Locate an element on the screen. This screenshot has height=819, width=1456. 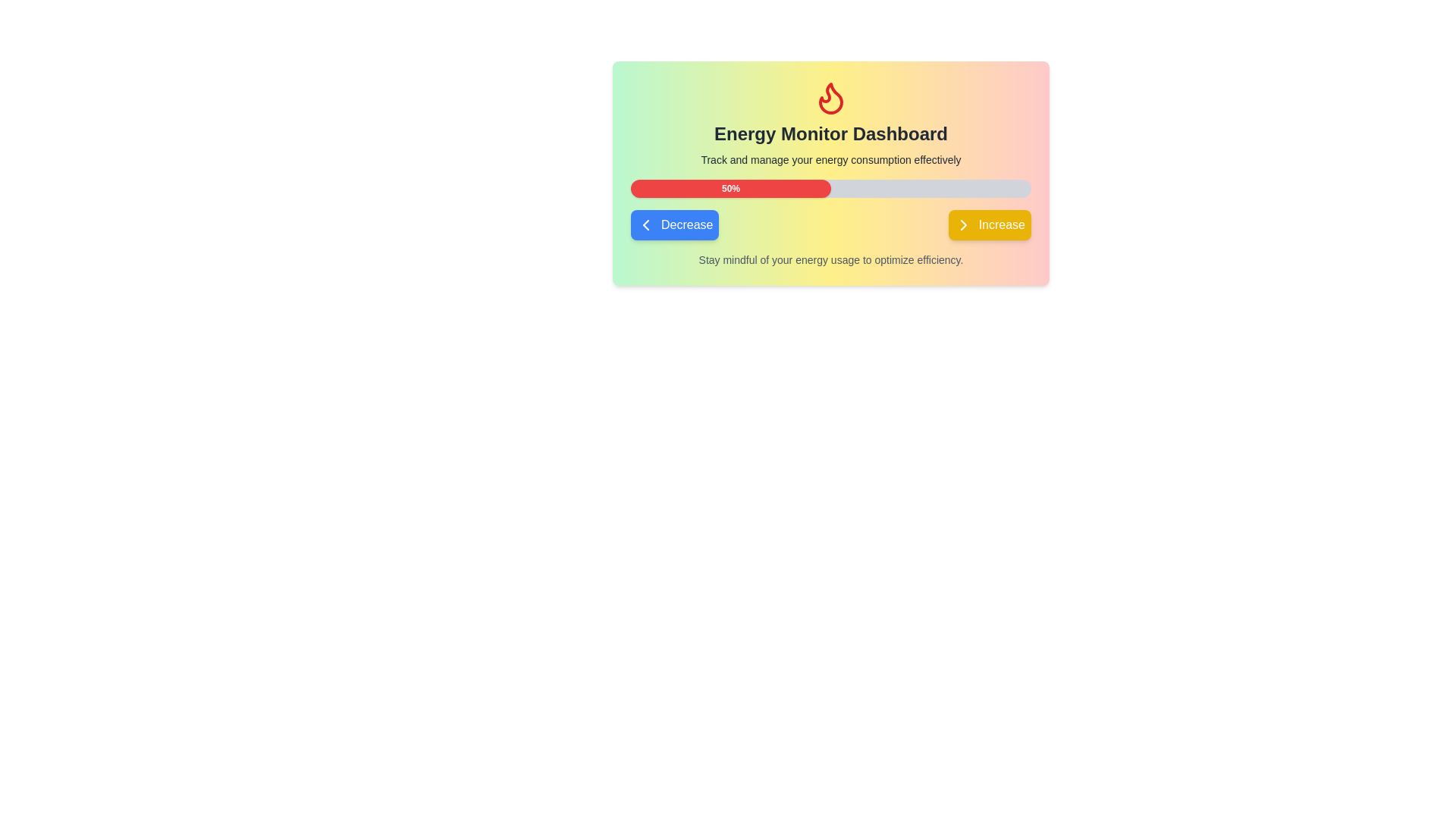
the unique flame design SVG graphic located at the top center of the card interface is located at coordinates (830, 99).